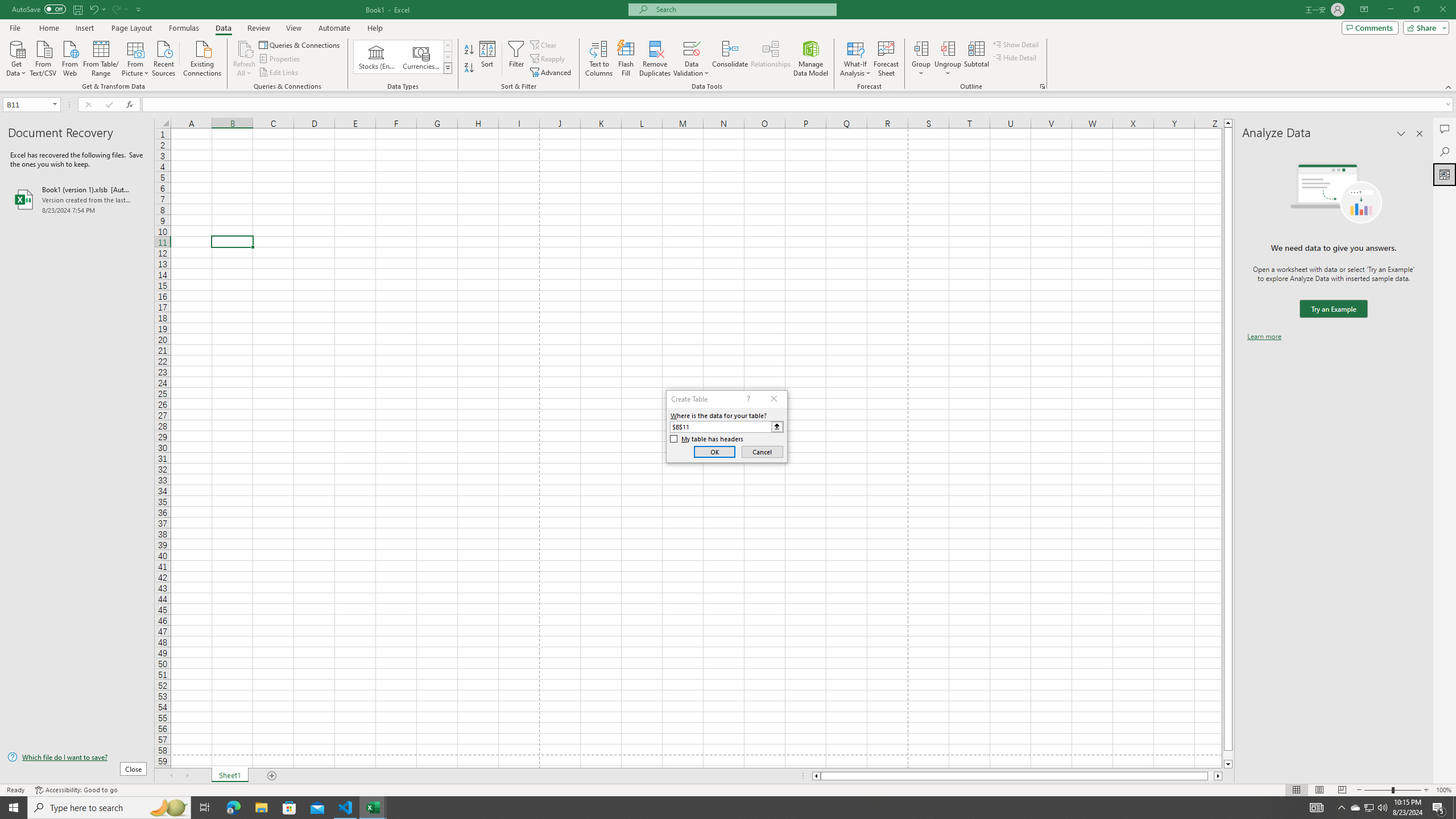  Describe the element at coordinates (334, 28) in the screenshot. I see `'Automate'` at that location.